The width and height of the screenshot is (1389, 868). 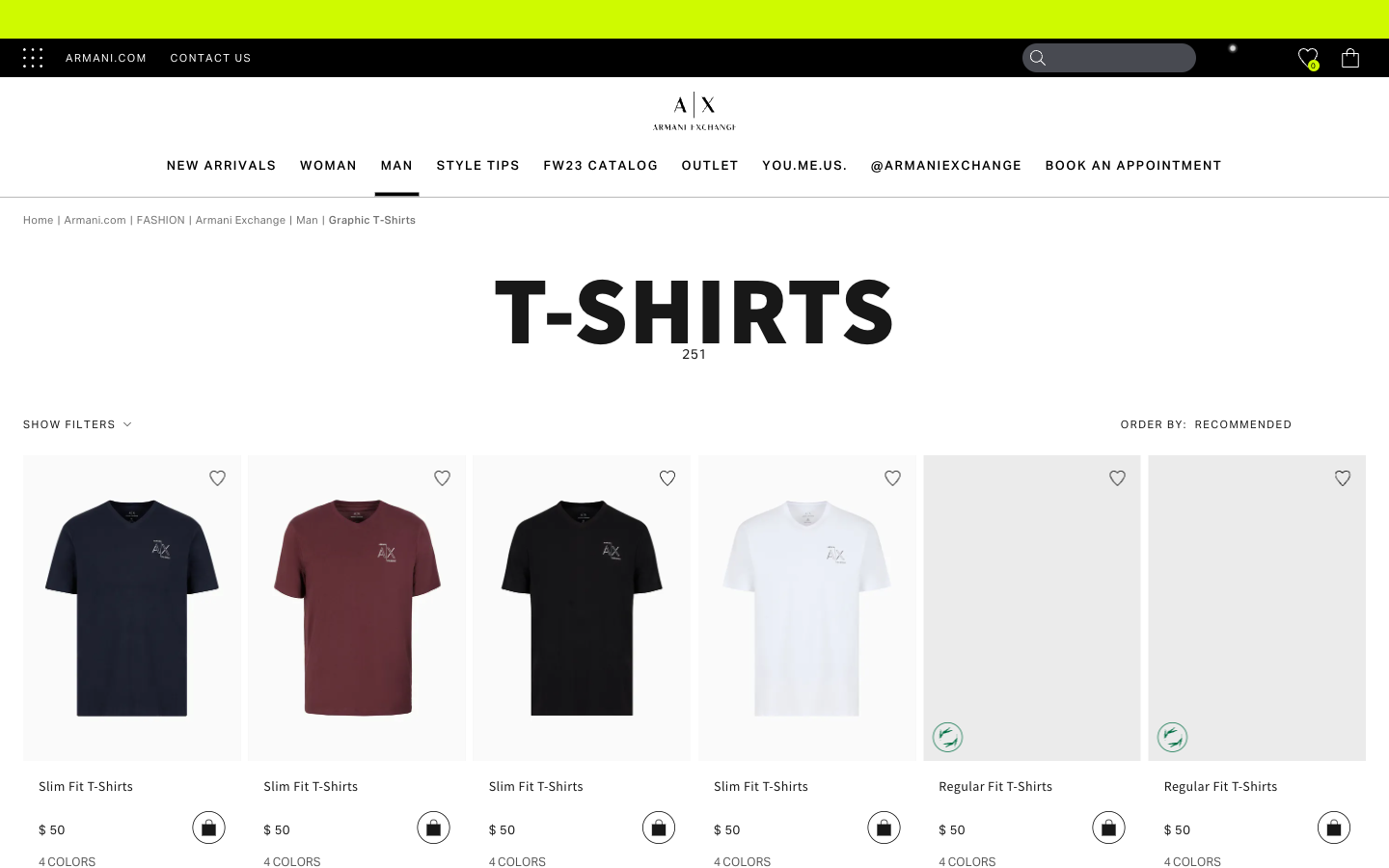 I want to click on Pick different shades for the last T-shirt in the queue, so click(x=1191, y=860).